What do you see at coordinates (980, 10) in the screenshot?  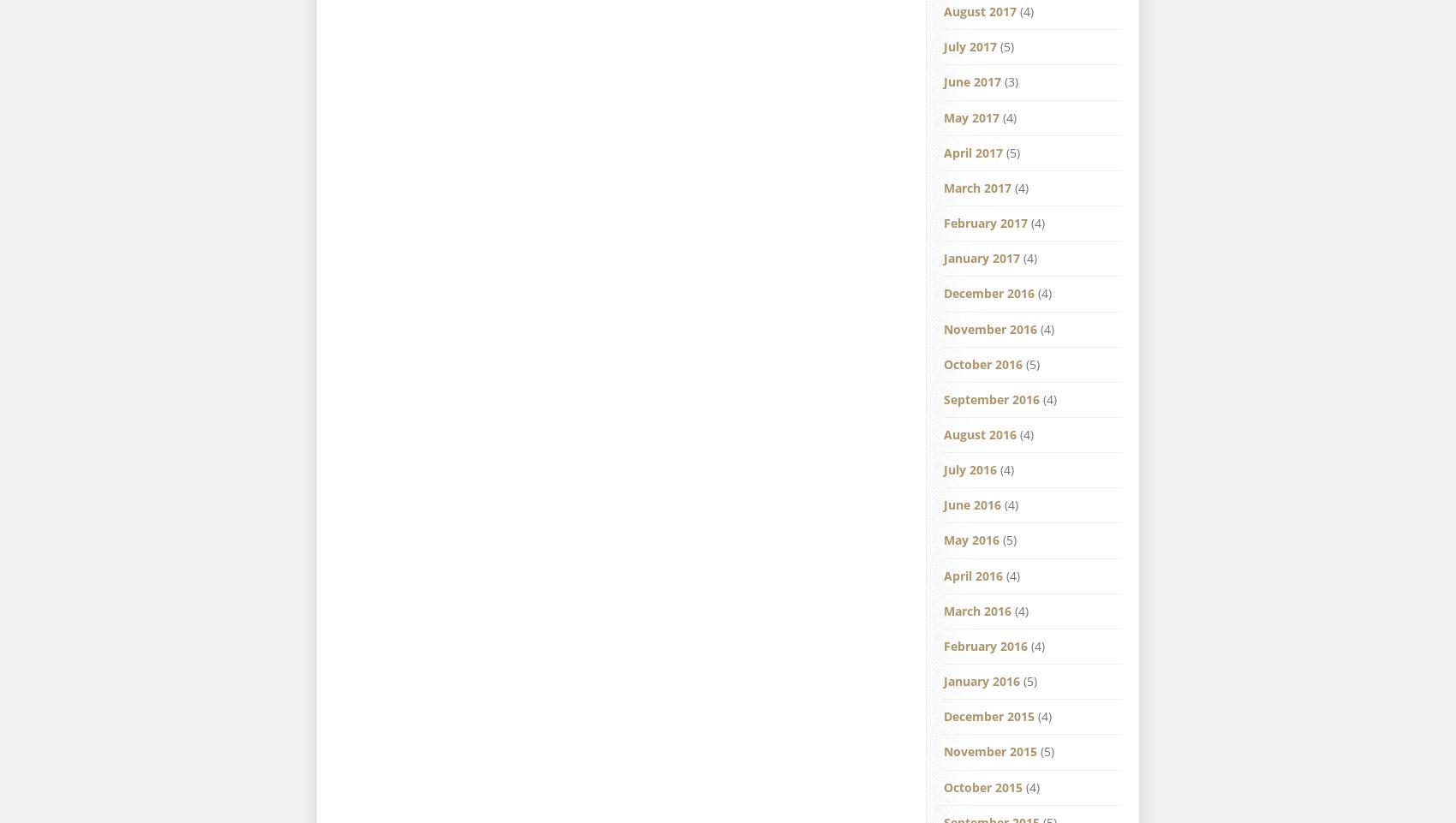 I see `'August 2017'` at bounding box center [980, 10].